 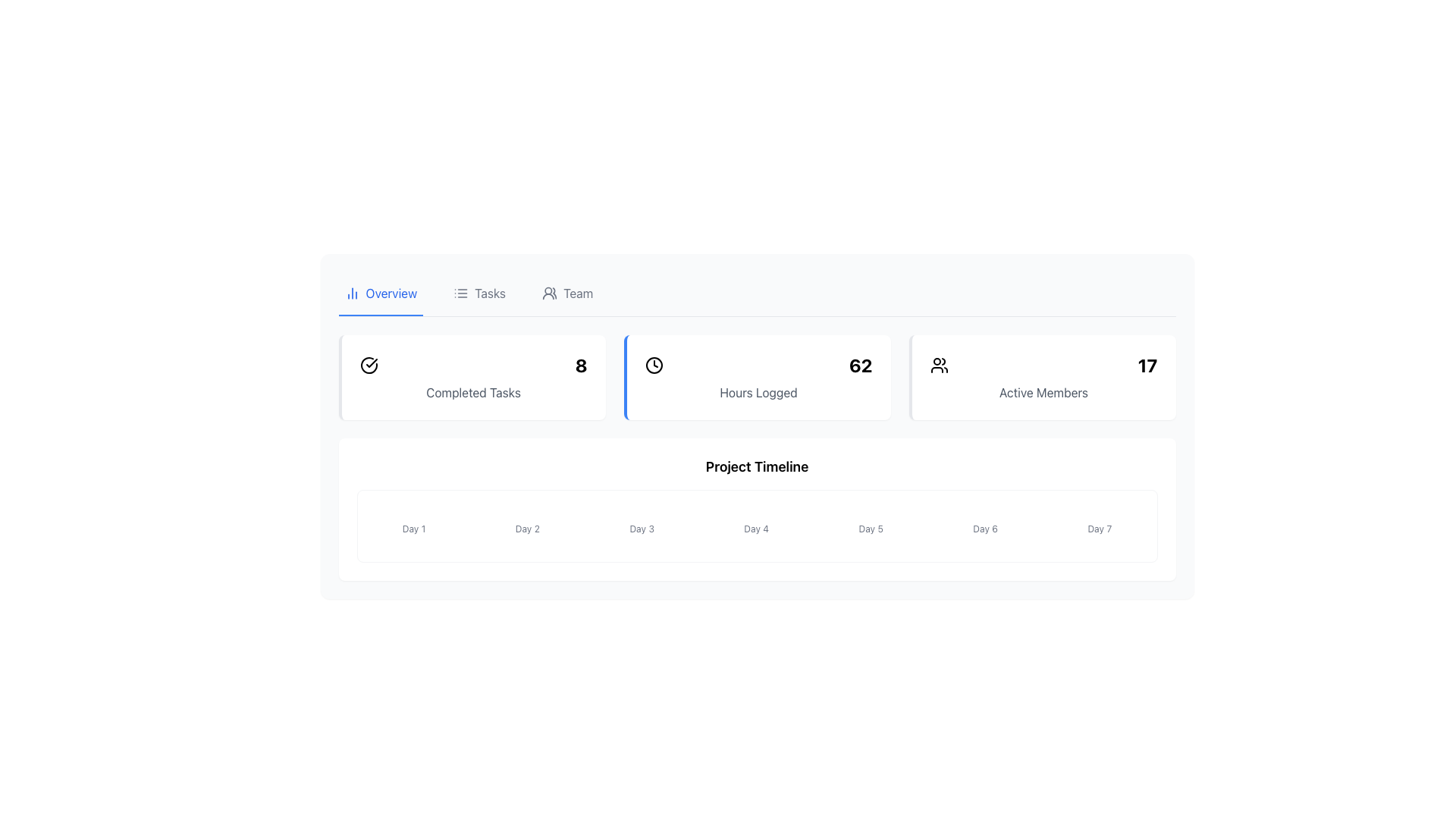 I want to click on the text label 'Day 6' which has a small blue circular indicator above it, indicating it is a selectable item within the Project Timeline section, so click(x=985, y=526).